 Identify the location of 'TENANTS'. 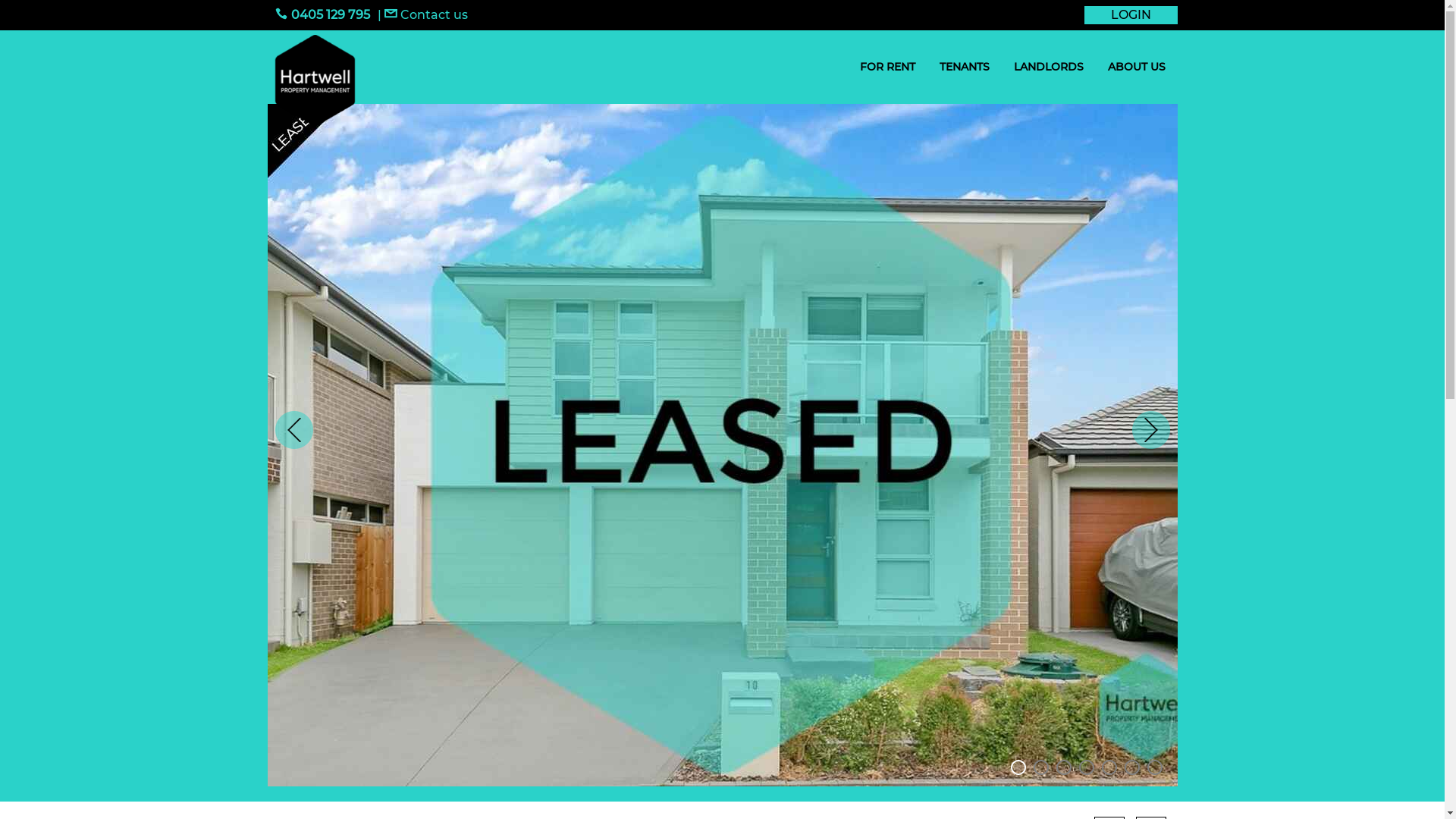
(963, 66).